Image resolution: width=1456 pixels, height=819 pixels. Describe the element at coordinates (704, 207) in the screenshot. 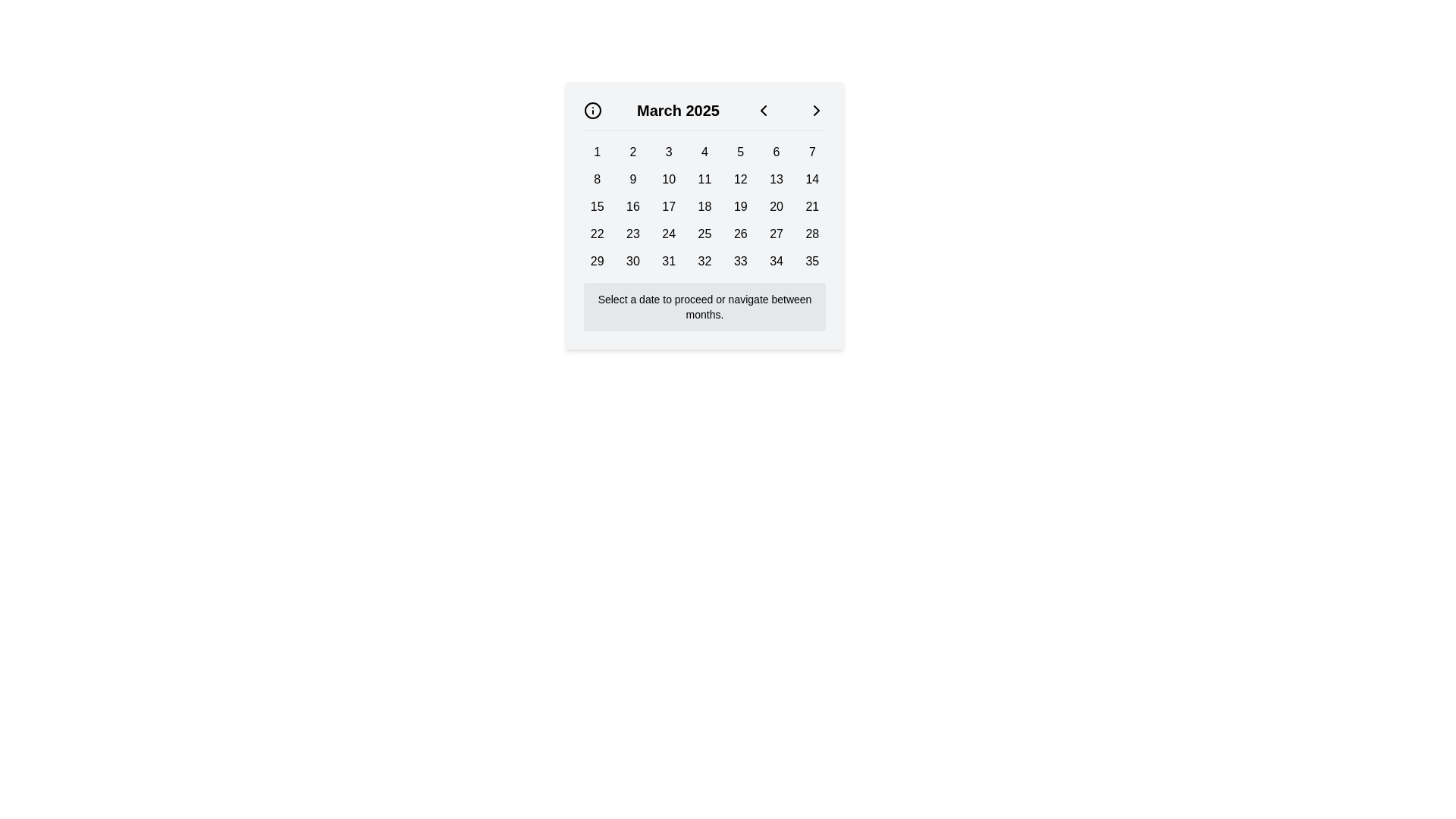

I see `the date cell button displaying the number '18' in the calendar grid` at that location.